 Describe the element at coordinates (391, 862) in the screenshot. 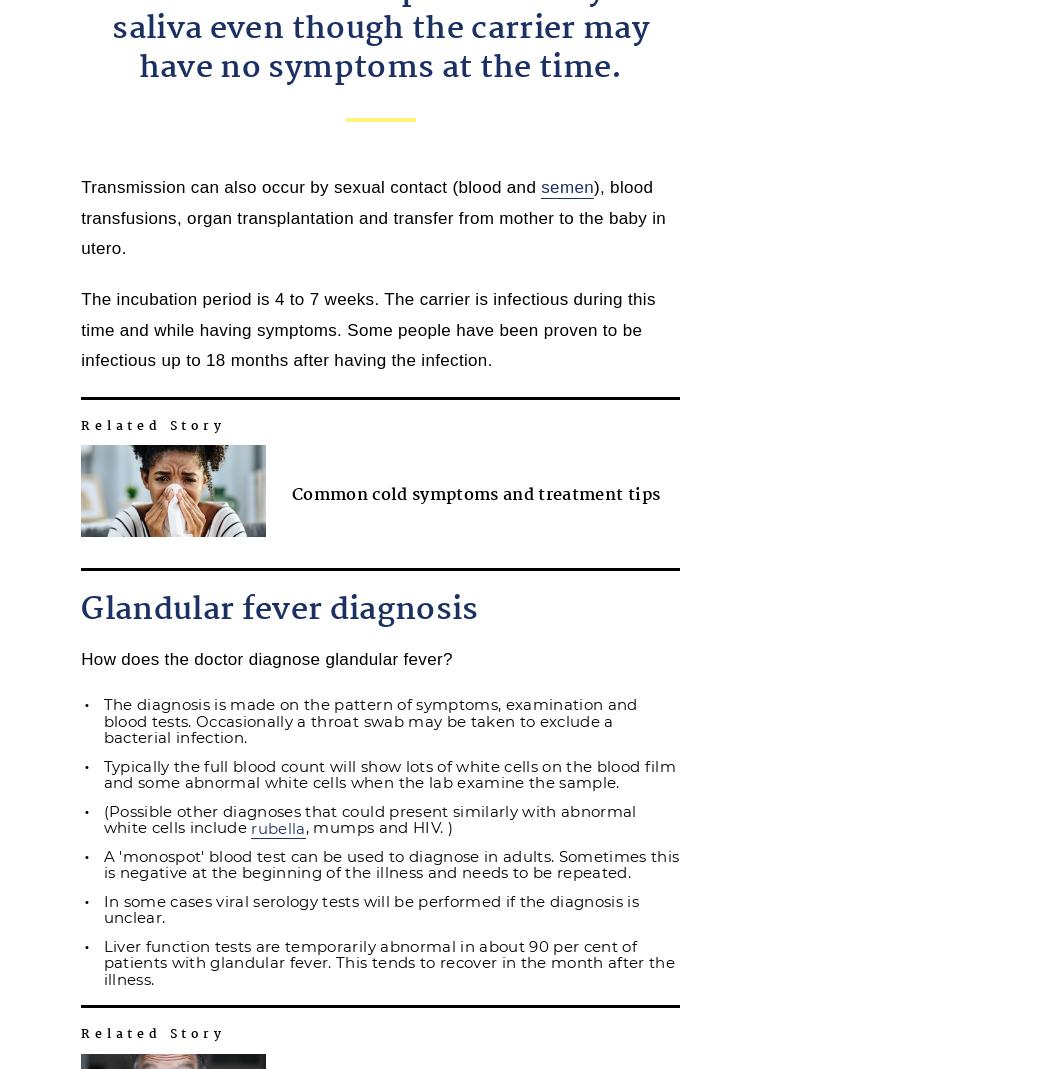

I see `'A 'monospot' blood test can be used to diagnose in adults. Sometimes this is negative at the beginning of the illness and needs to be repeated.'` at that location.